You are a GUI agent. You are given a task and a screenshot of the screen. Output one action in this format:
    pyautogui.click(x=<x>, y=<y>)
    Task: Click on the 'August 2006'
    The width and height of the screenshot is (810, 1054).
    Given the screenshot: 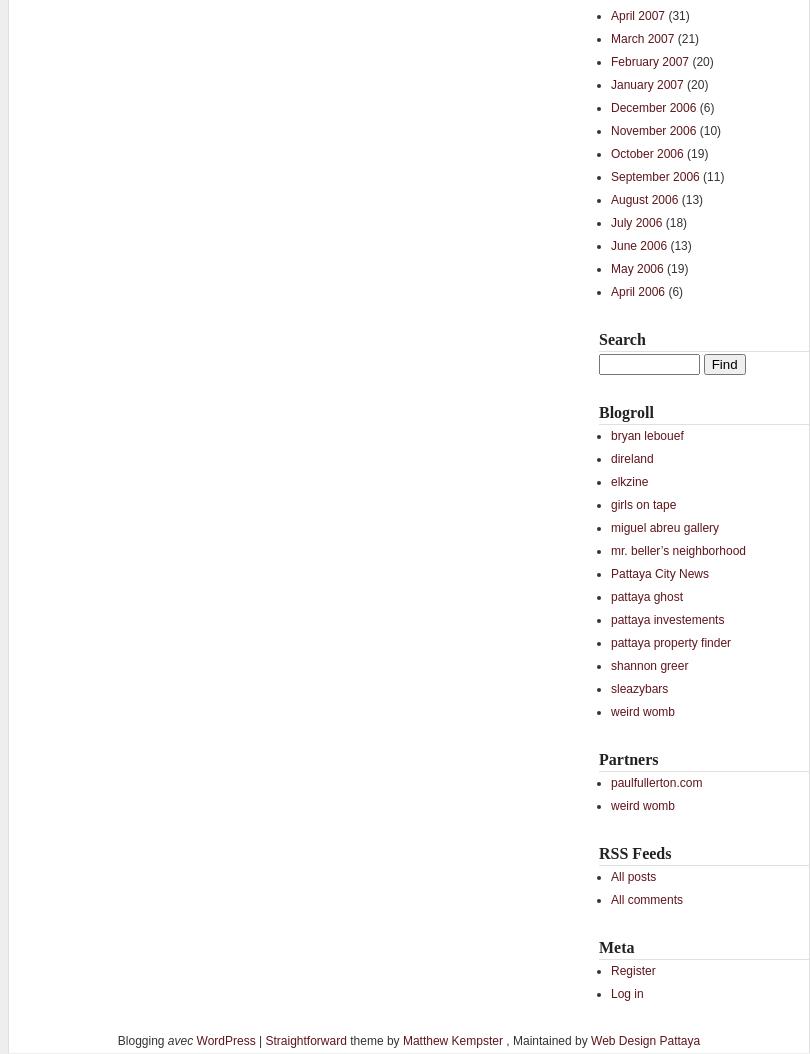 What is the action you would take?
    pyautogui.click(x=609, y=197)
    